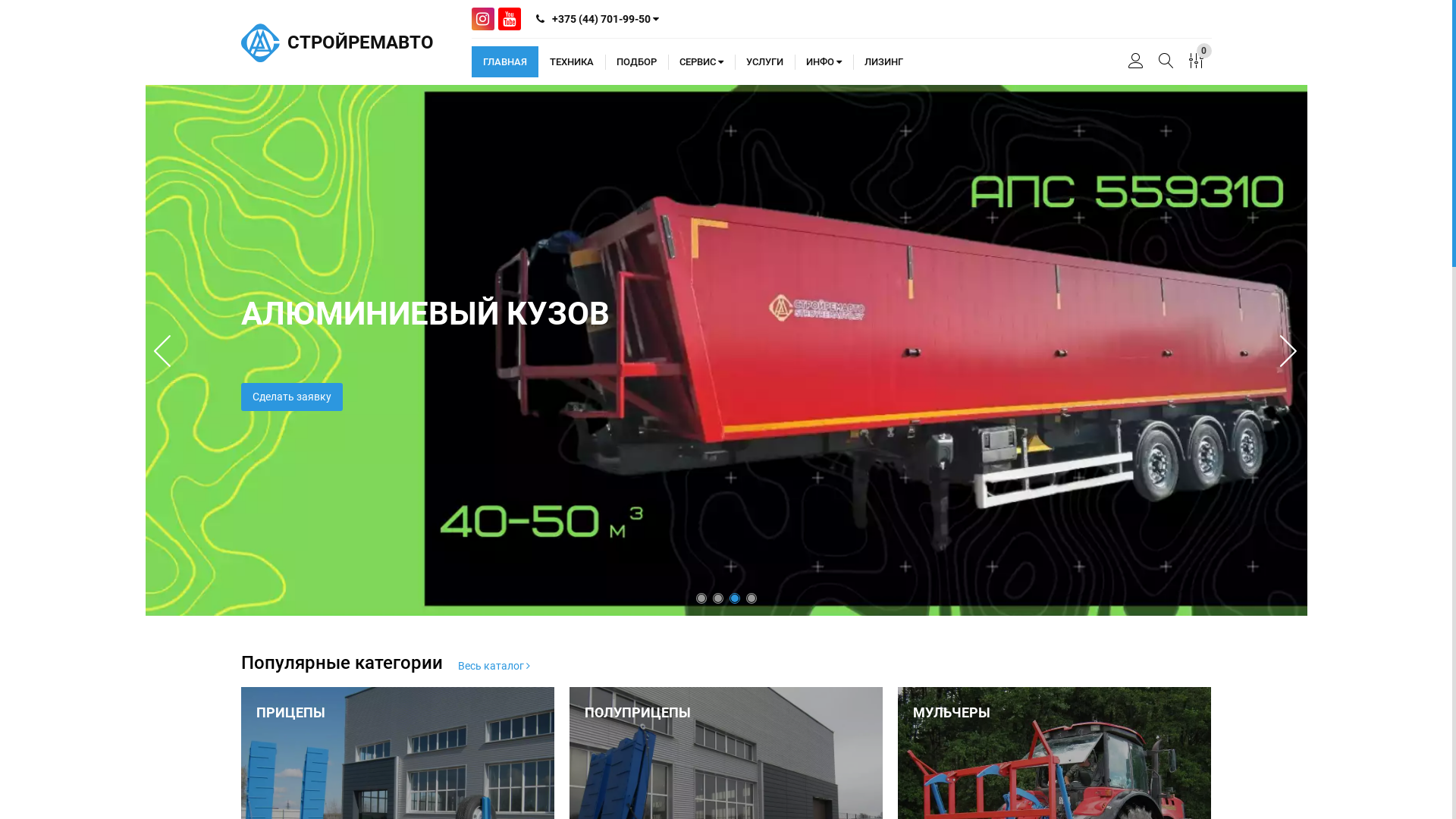 The image size is (1456, 819). Describe the element at coordinates (596, 18) in the screenshot. I see `'+375 (44) 701-99-50'` at that location.